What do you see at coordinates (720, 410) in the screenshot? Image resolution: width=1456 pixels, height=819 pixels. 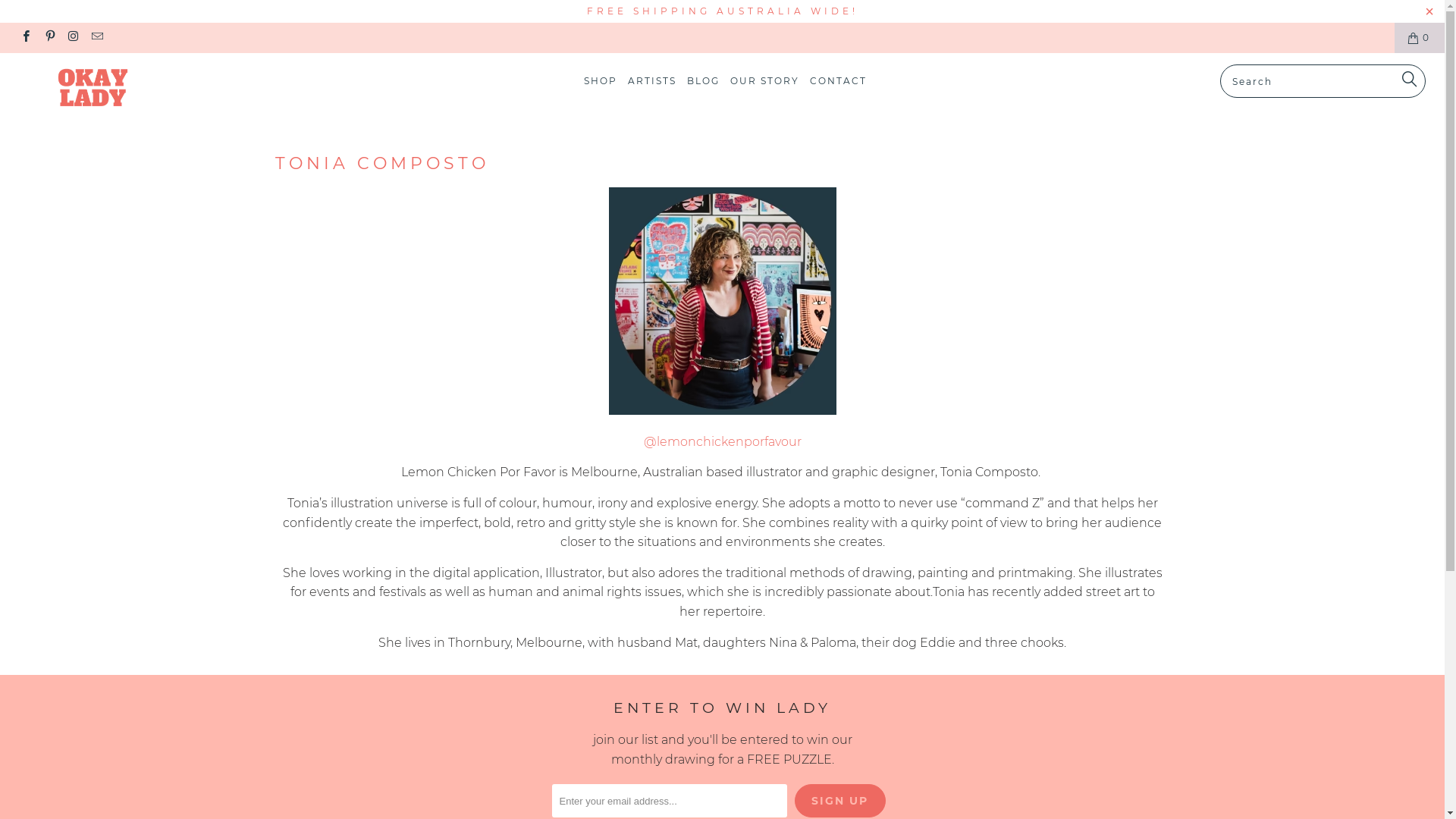 I see `'Tonia_Conposto_Instagram'` at bounding box center [720, 410].